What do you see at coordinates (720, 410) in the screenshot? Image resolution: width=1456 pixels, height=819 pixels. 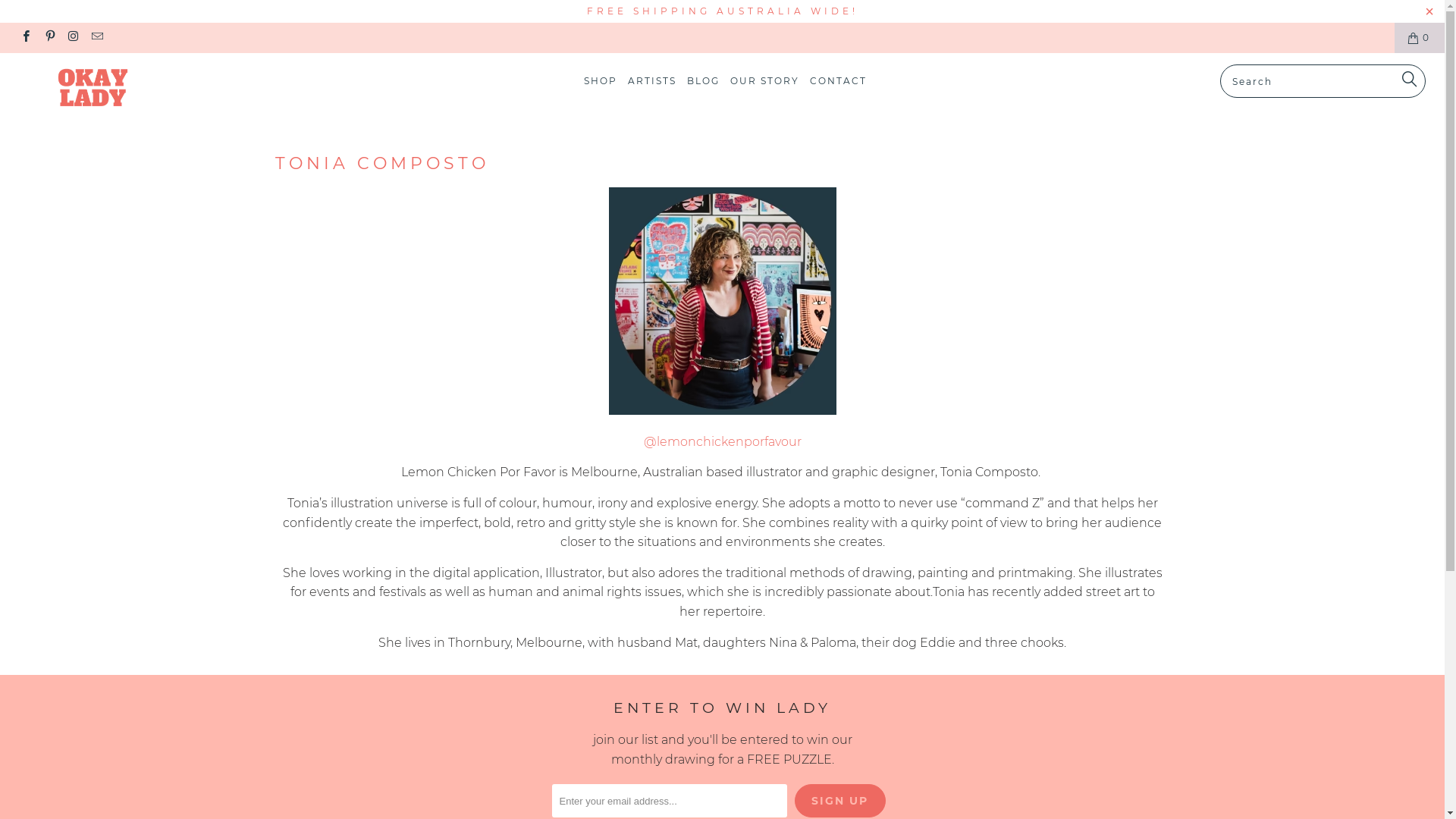 I see `'Tonia_Conposto_Instagram'` at bounding box center [720, 410].